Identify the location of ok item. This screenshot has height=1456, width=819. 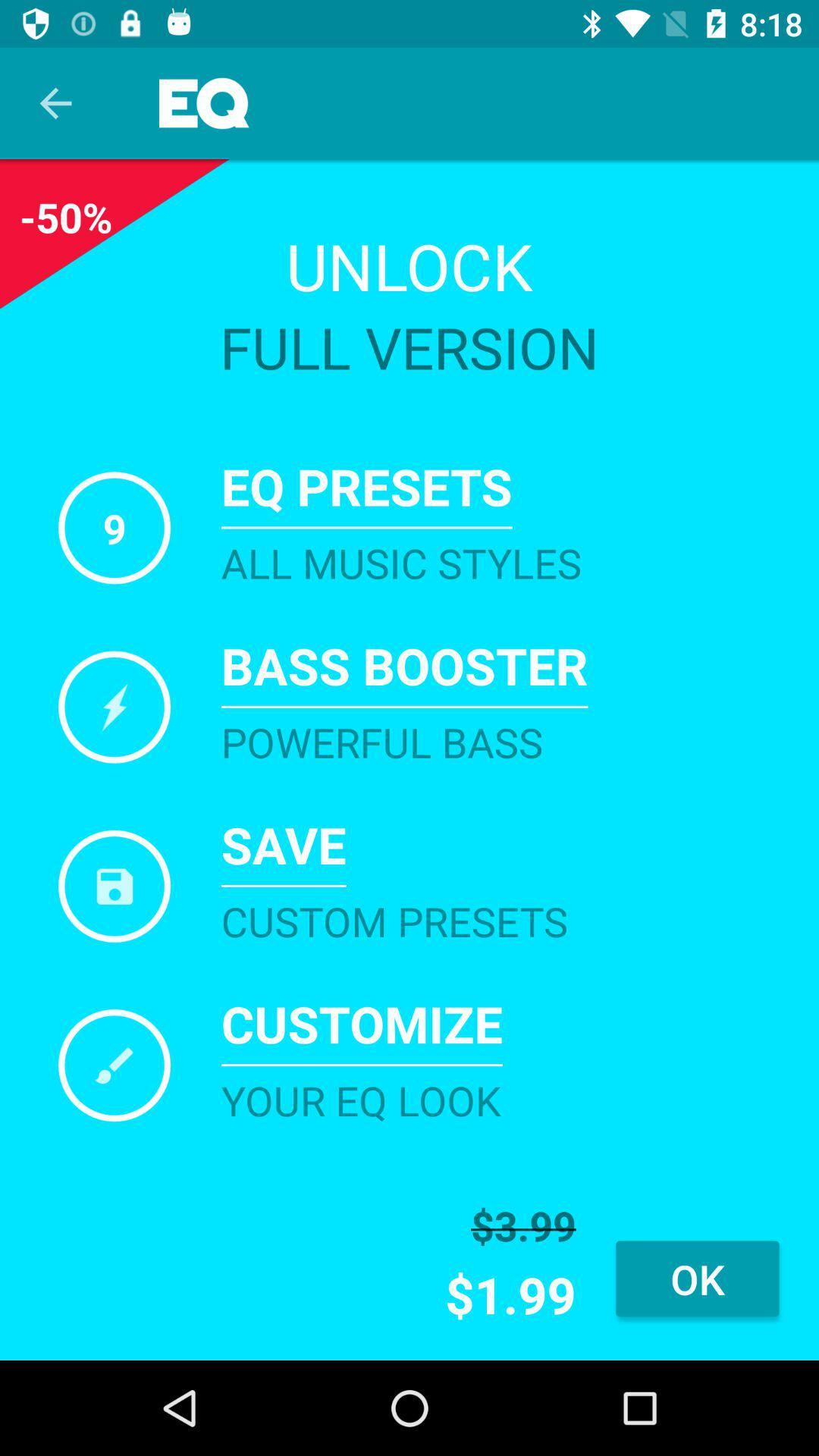
(697, 1278).